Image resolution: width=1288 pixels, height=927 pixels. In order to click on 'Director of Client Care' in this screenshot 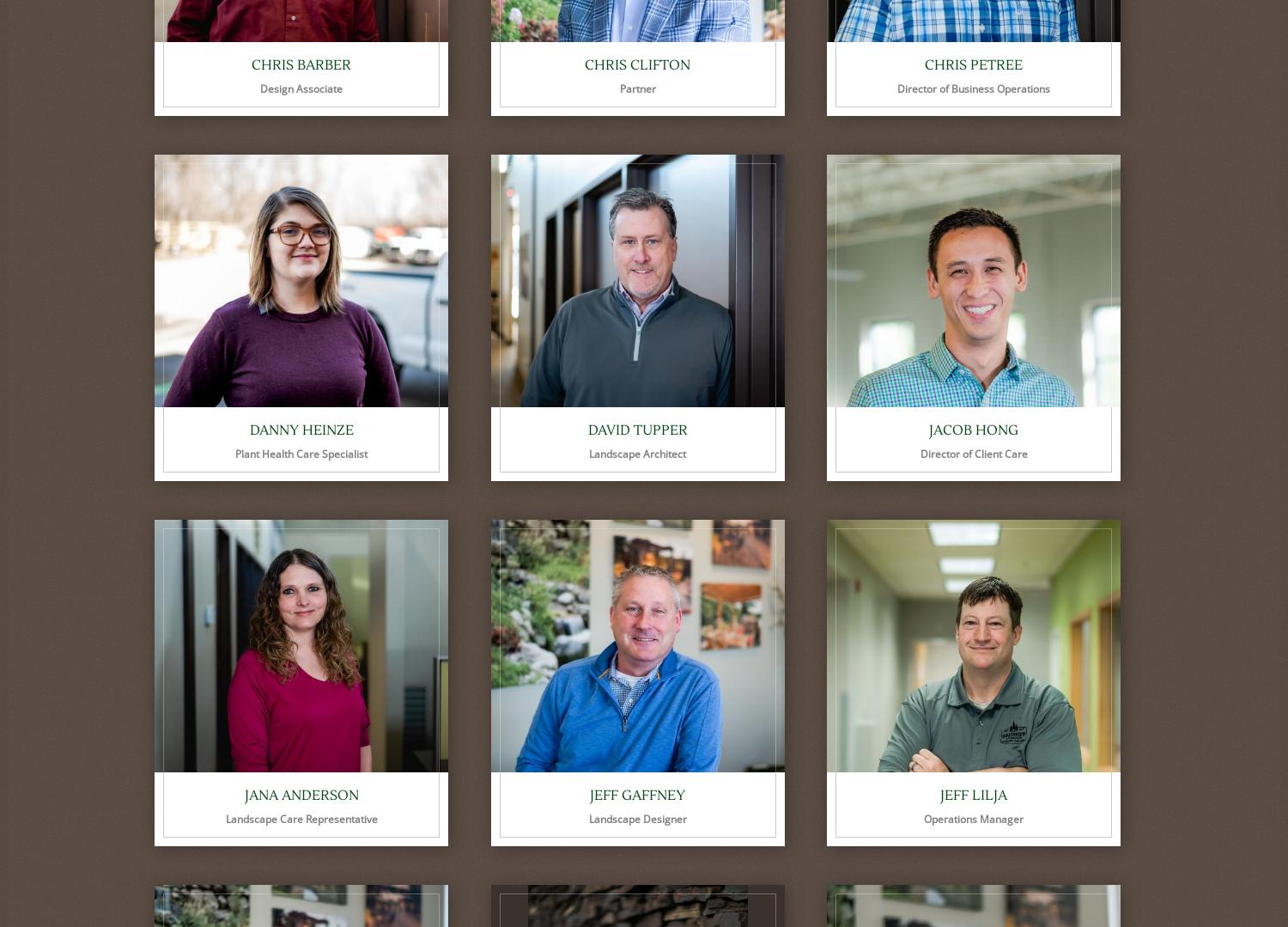, I will do `click(973, 454)`.